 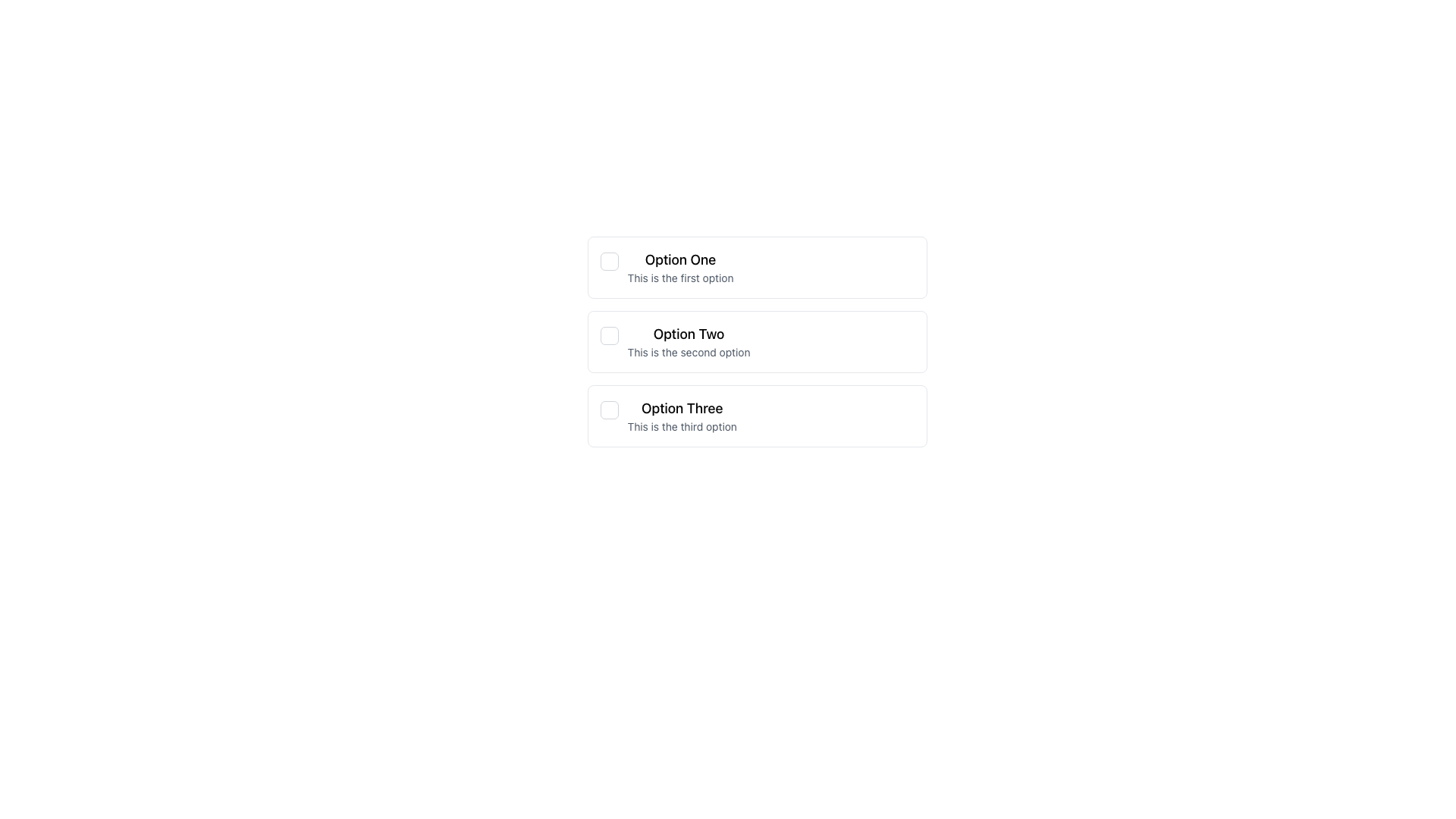 What do you see at coordinates (679, 267) in the screenshot?
I see `the selectable option in the list, which is located at the topmost segment of a vertical list, adjacent to a checkbox` at bounding box center [679, 267].